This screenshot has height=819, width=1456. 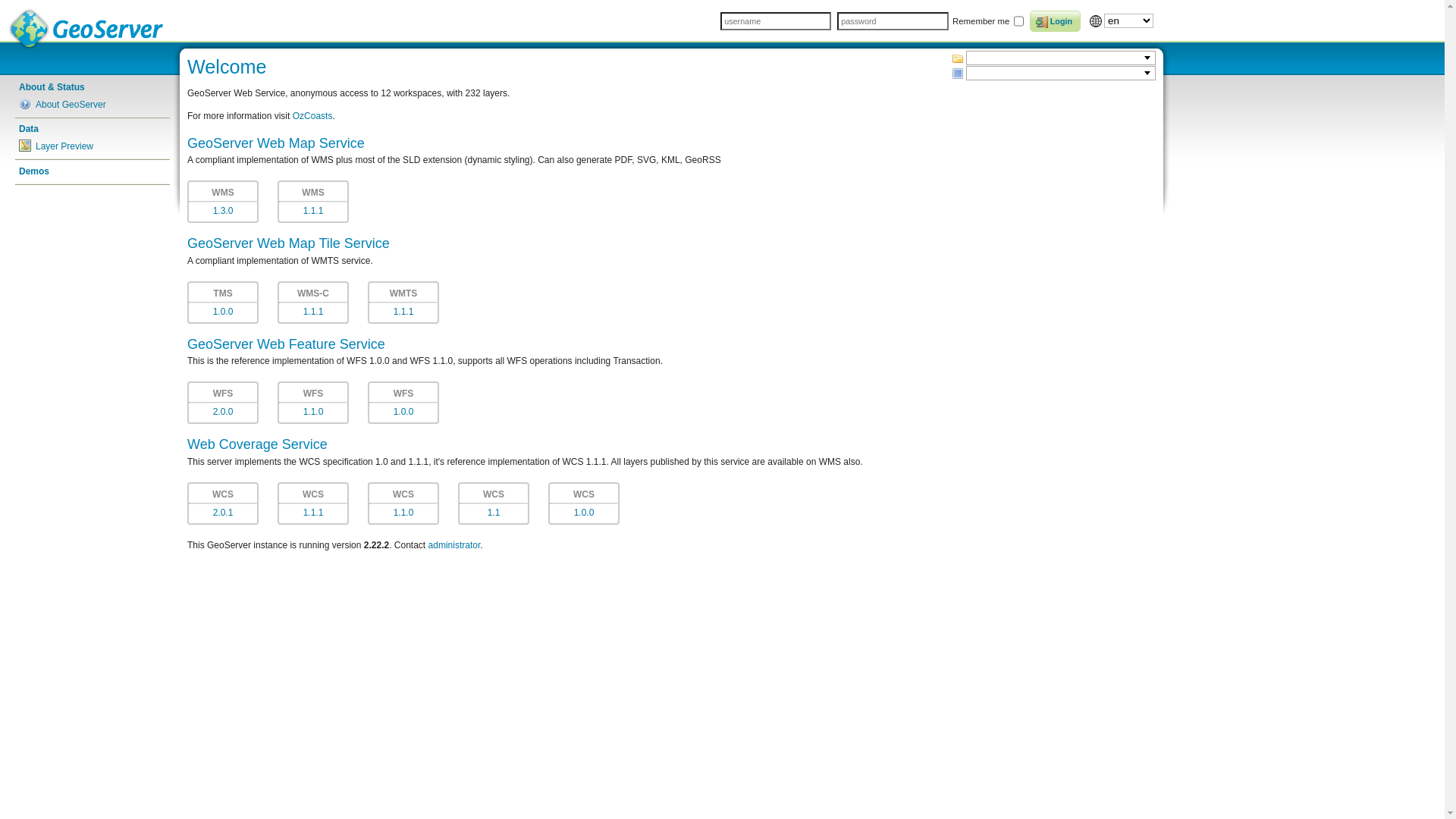 I want to click on 'Layer', so click(x=950, y=73).